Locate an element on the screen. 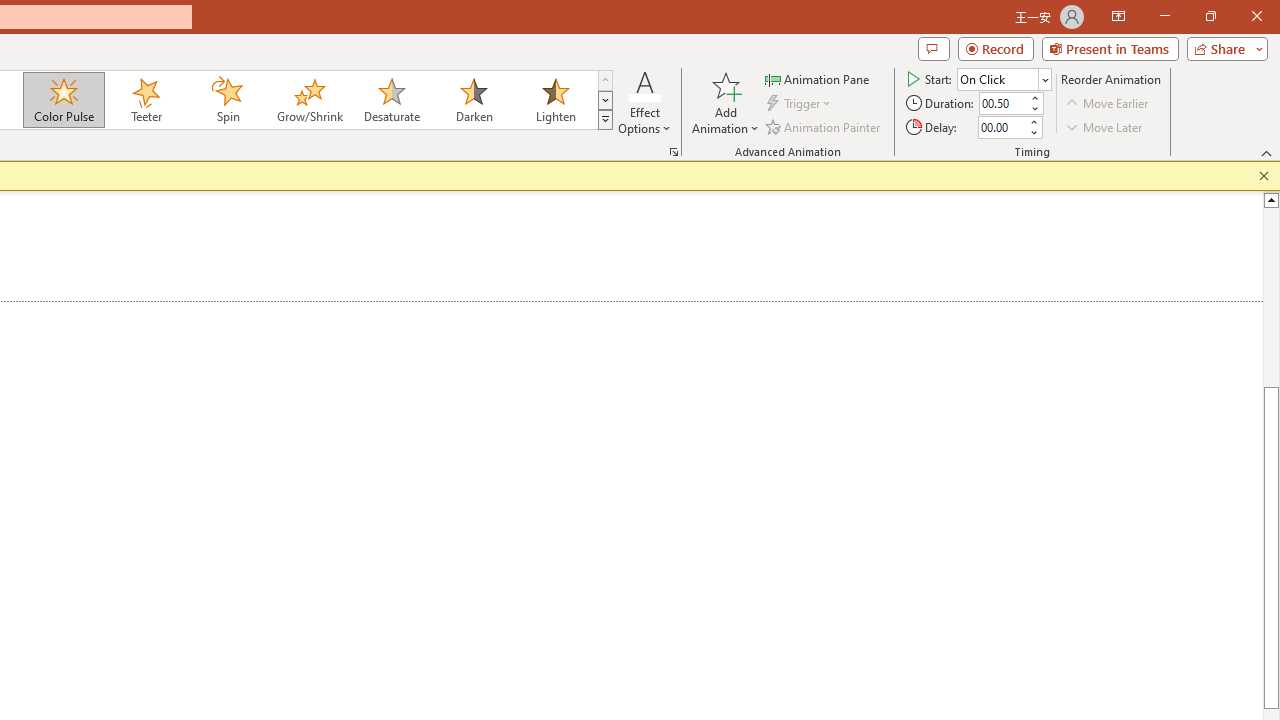  'Animation Painter' is located at coordinates (824, 127).